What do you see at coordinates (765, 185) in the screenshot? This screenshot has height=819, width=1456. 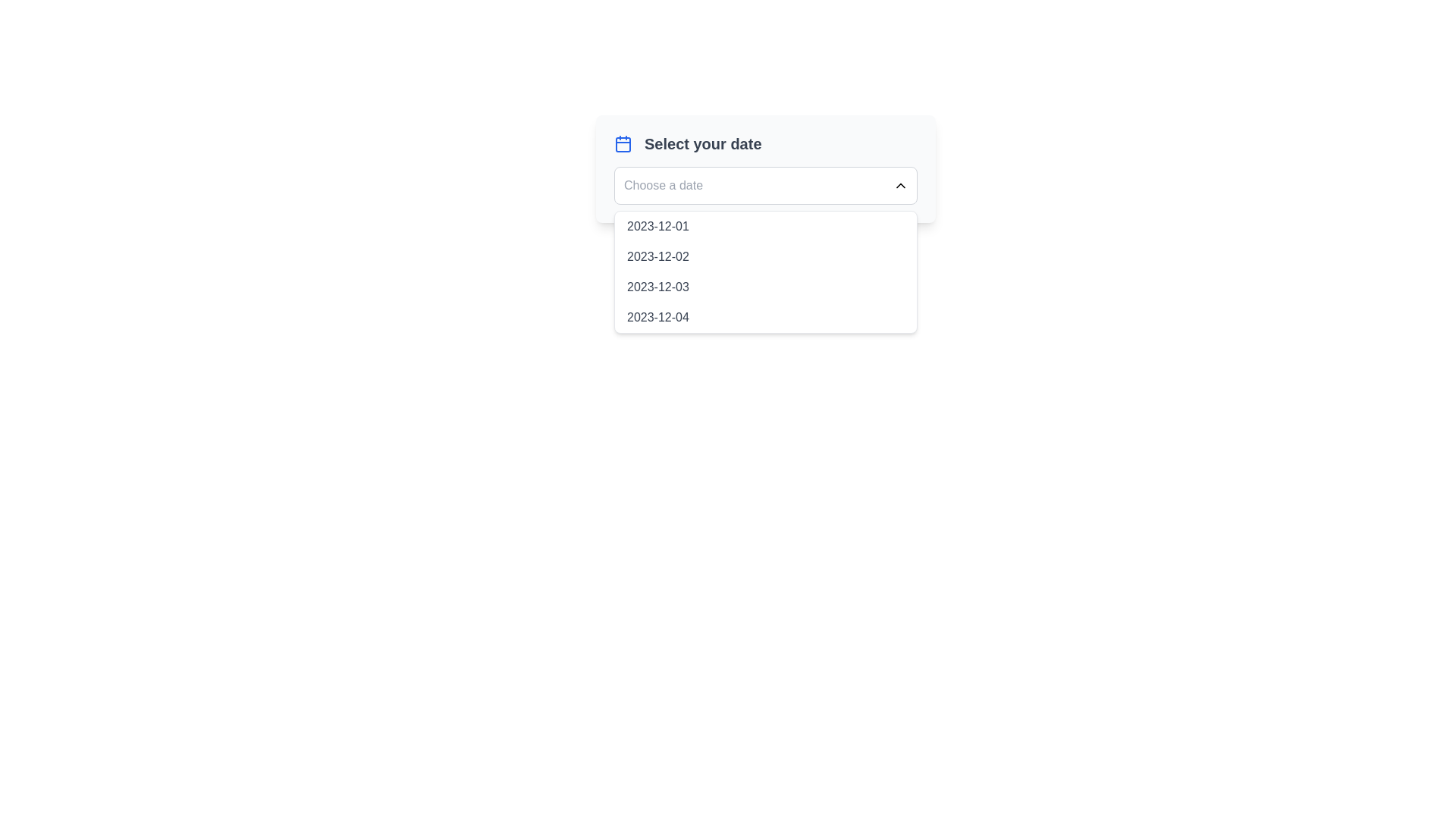 I see `the dropdown menu for date selection to type or interact with it` at bounding box center [765, 185].